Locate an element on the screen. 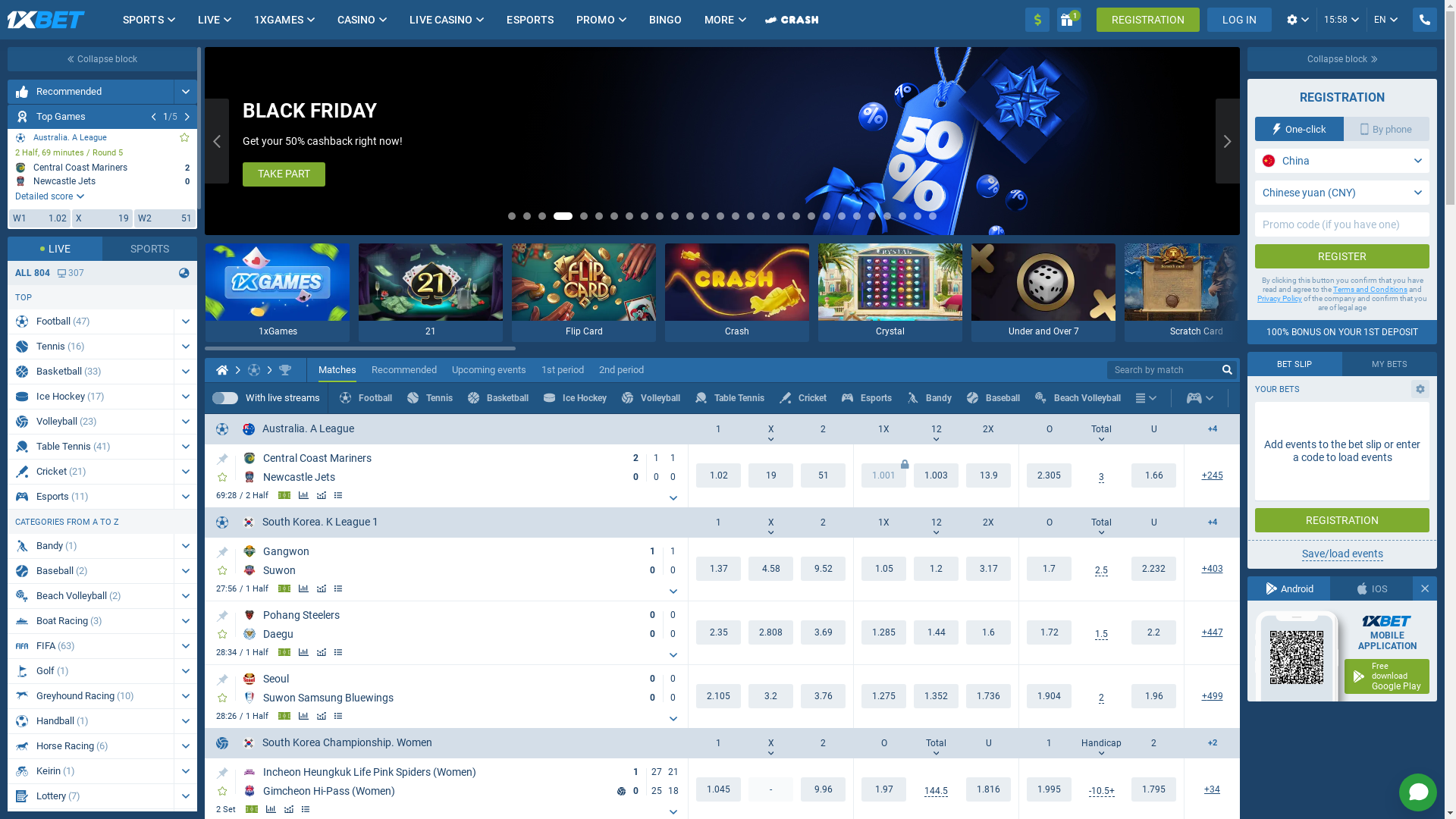 The height and width of the screenshot is (819, 1456). 'LIVE CASINO' is located at coordinates (440, 20).